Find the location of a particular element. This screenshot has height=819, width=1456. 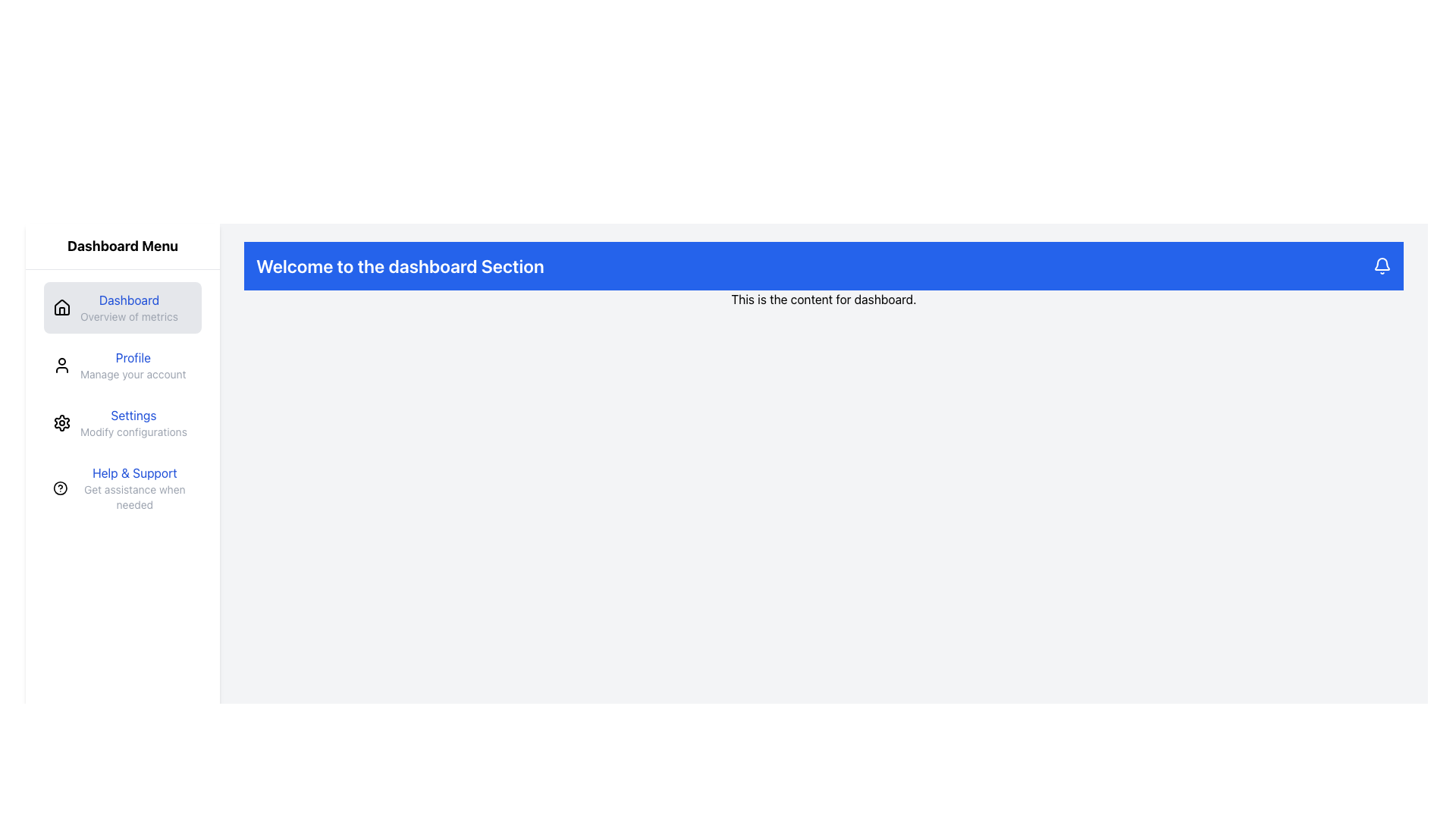

the text label that says 'Welcome to the dashboard Section', which is styled with a large font size, bold white text, and positioned in the blue header bar at the top of the page, aligned to the left is located at coordinates (400, 265).